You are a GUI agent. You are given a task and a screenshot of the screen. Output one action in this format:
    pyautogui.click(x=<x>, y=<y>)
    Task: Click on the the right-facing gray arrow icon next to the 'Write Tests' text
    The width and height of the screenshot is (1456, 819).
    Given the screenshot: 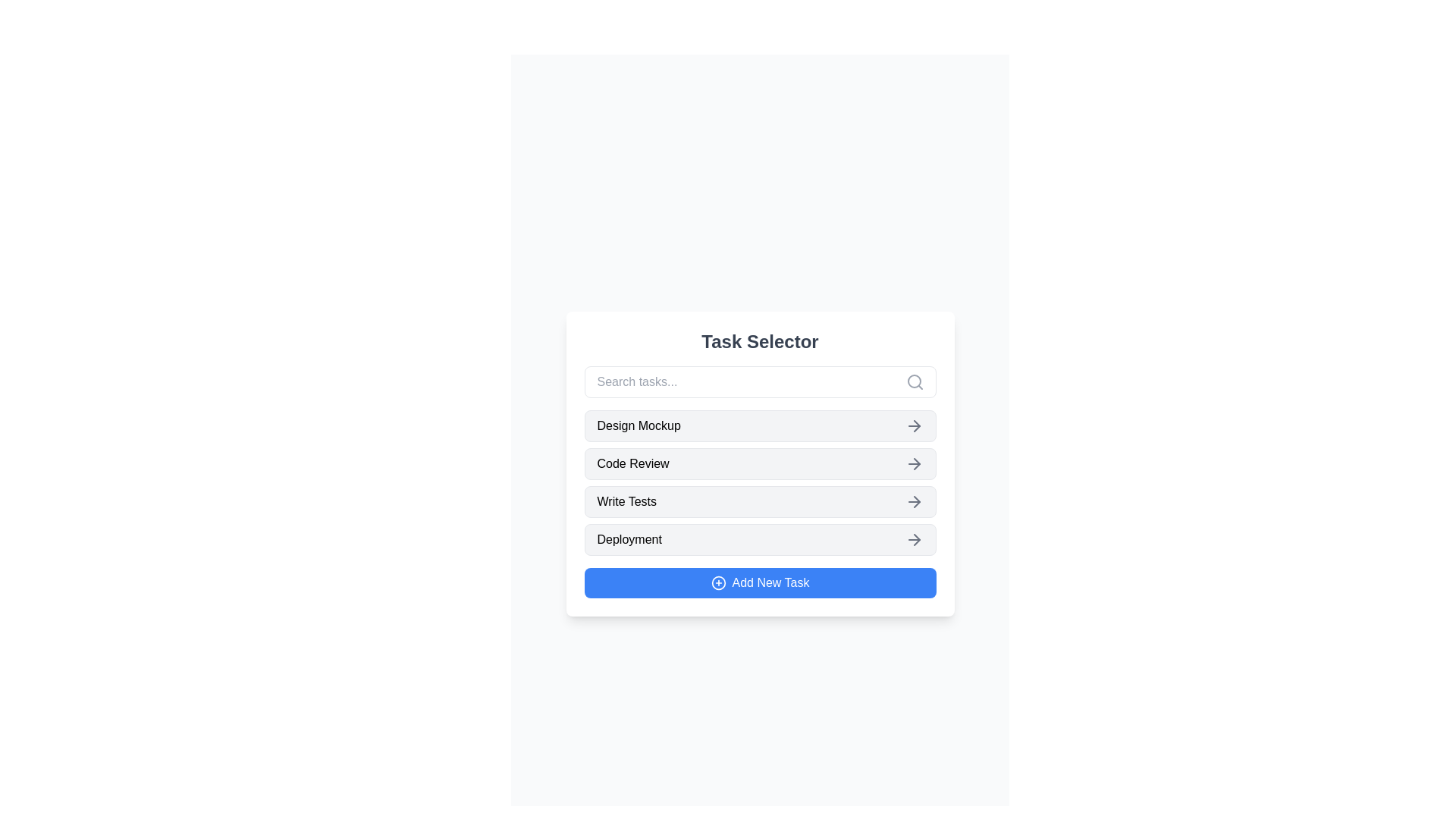 What is the action you would take?
    pyautogui.click(x=913, y=502)
    